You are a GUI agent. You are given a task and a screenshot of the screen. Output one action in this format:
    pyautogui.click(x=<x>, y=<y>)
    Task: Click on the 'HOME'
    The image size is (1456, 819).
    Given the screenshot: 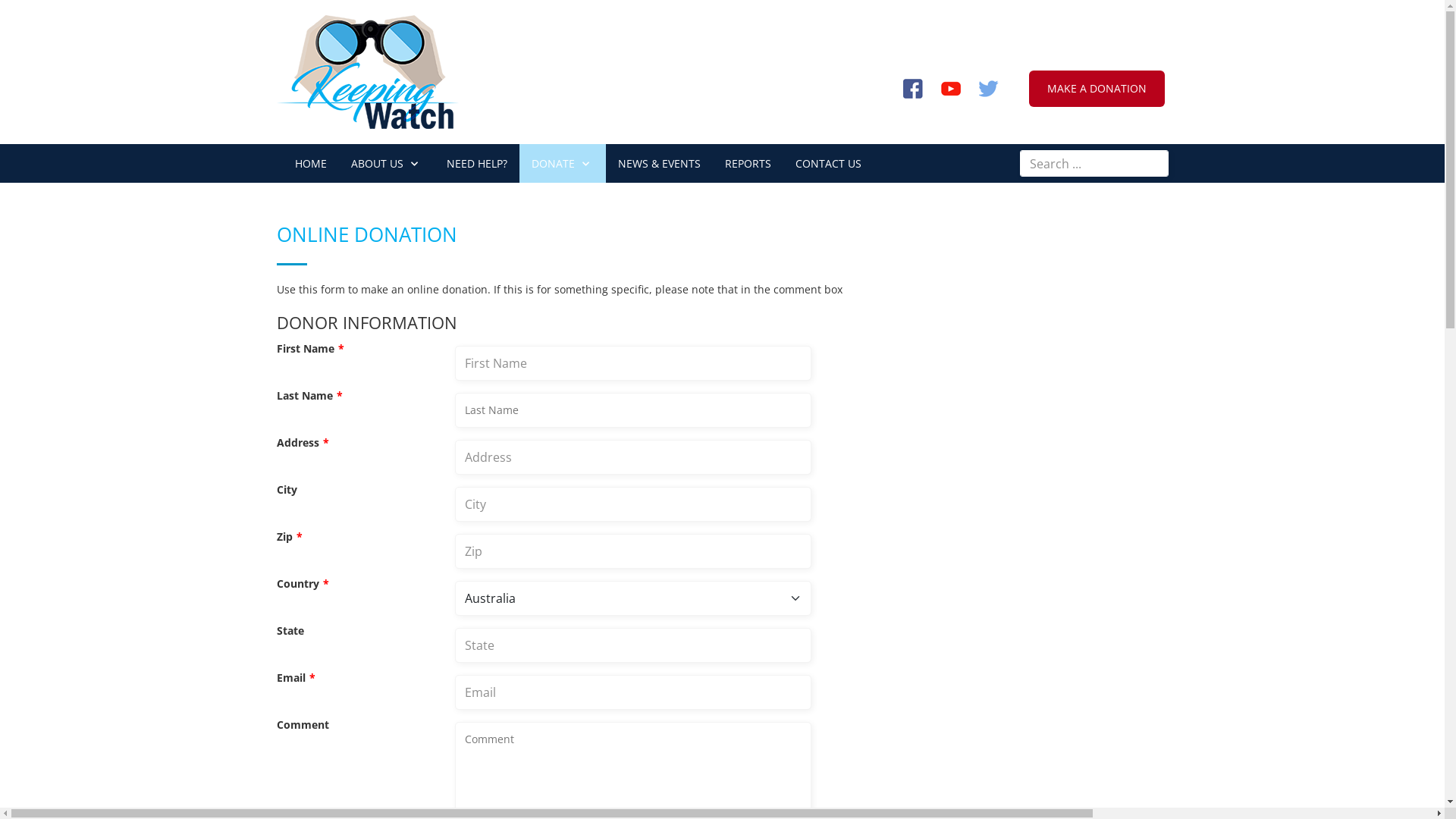 What is the action you would take?
    pyautogui.click(x=309, y=163)
    